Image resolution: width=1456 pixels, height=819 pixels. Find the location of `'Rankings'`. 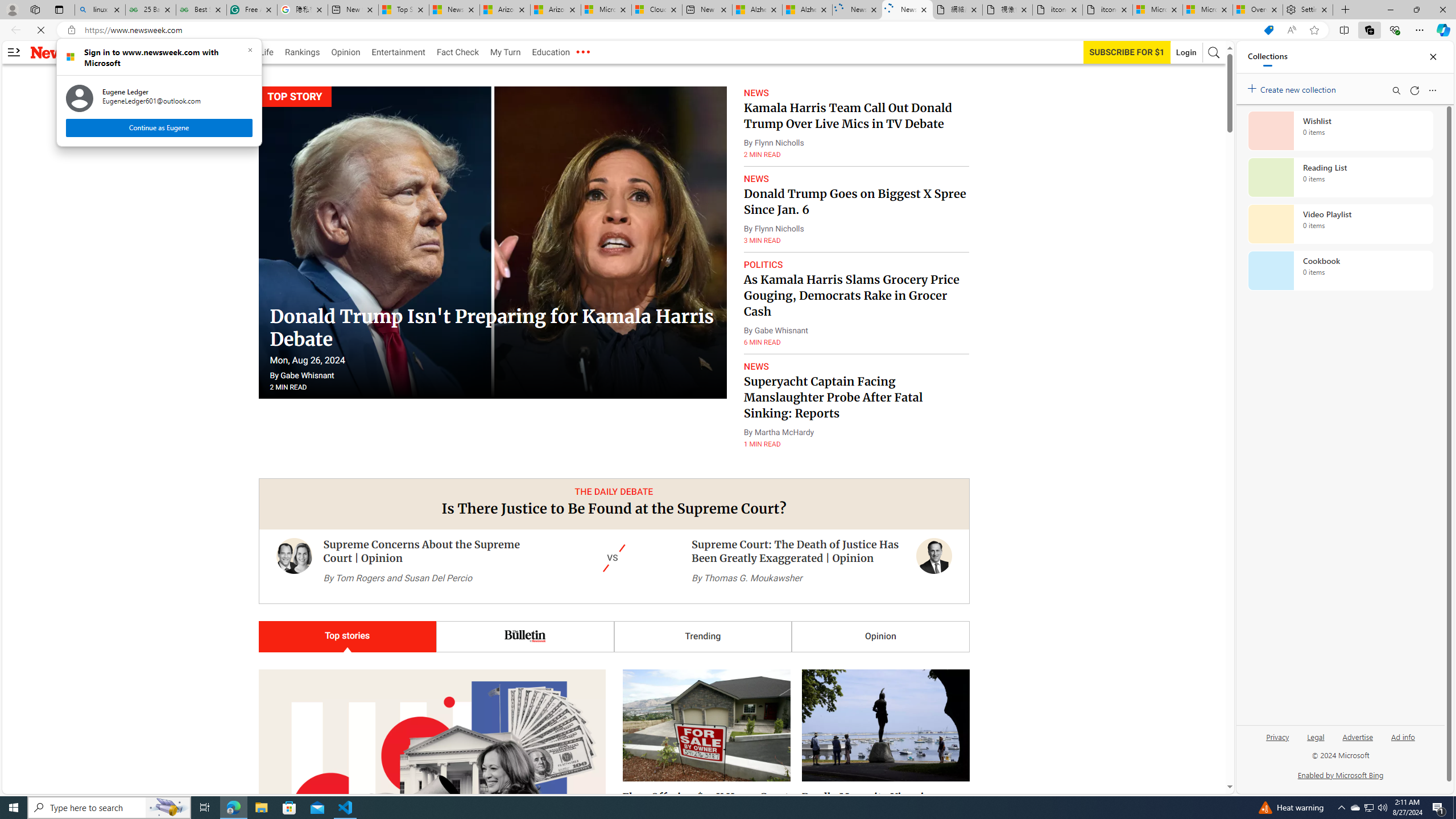

'Rankings' is located at coordinates (302, 52).